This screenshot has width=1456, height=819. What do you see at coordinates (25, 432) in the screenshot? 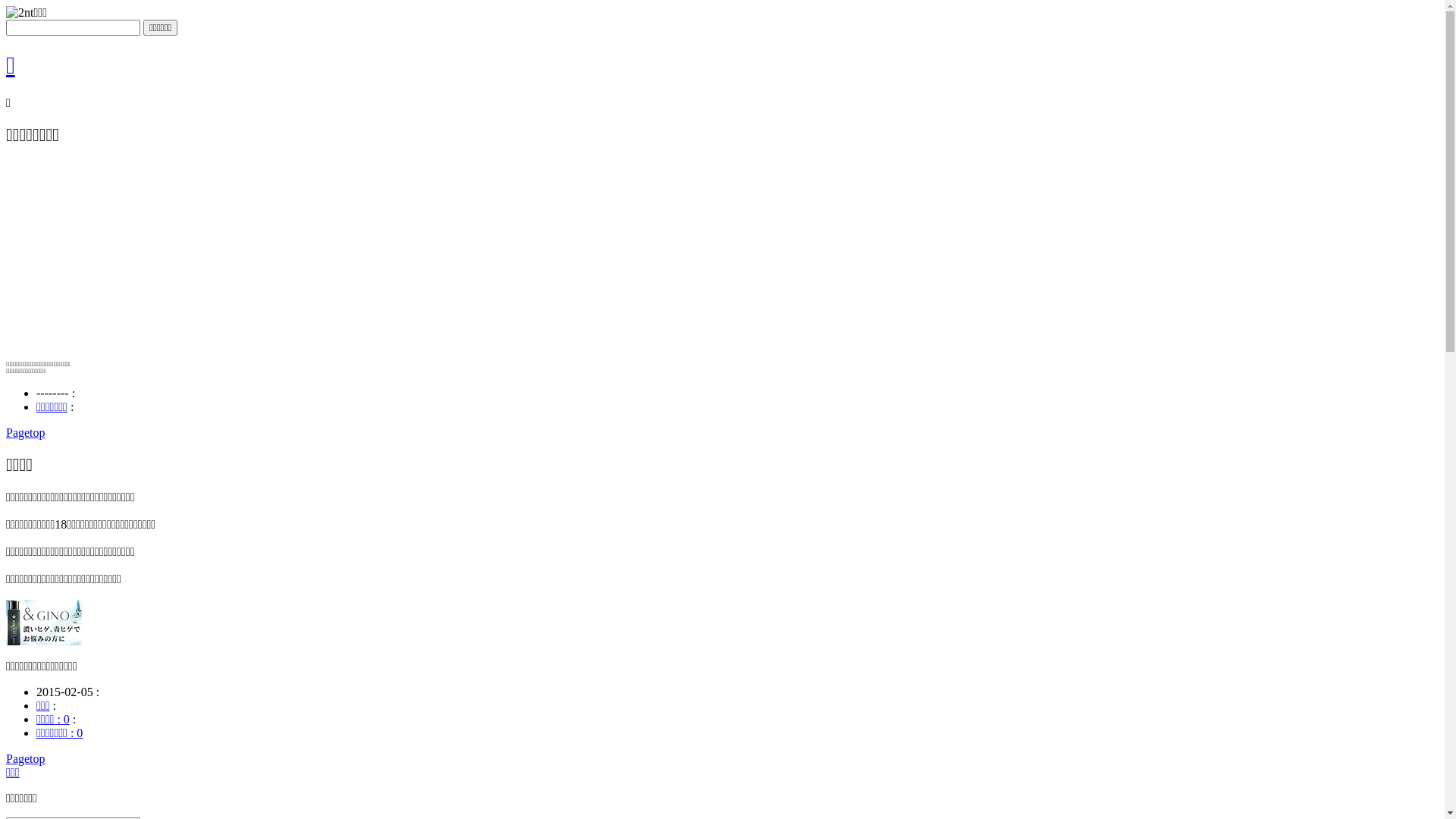
I see `'Pagetop'` at bounding box center [25, 432].